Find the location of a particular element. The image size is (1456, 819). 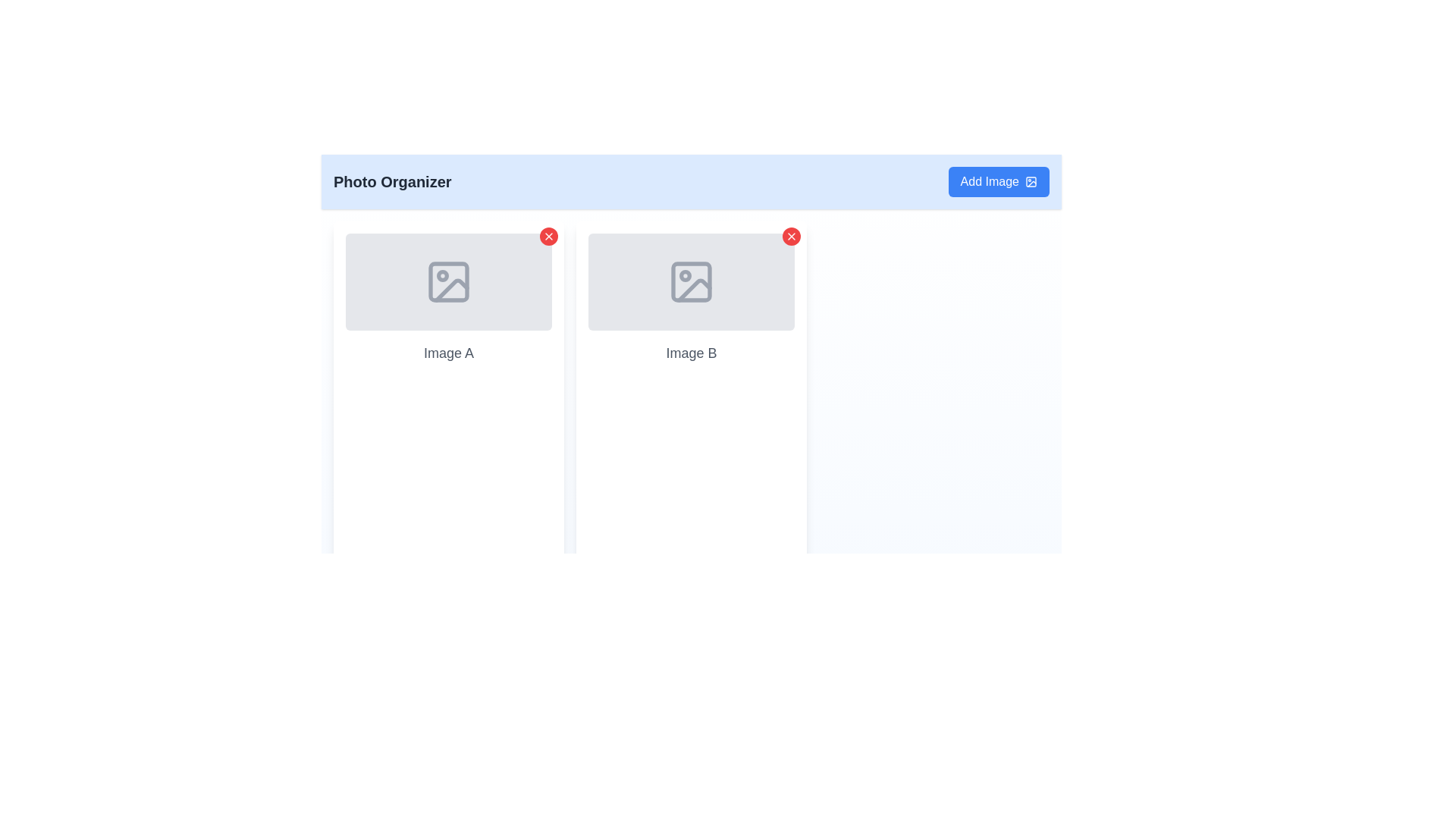

the image placeholder icon located in the second card labeled 'Image B' within a horizontally aligned list of image placeholders is located at coordinates (691, 281).